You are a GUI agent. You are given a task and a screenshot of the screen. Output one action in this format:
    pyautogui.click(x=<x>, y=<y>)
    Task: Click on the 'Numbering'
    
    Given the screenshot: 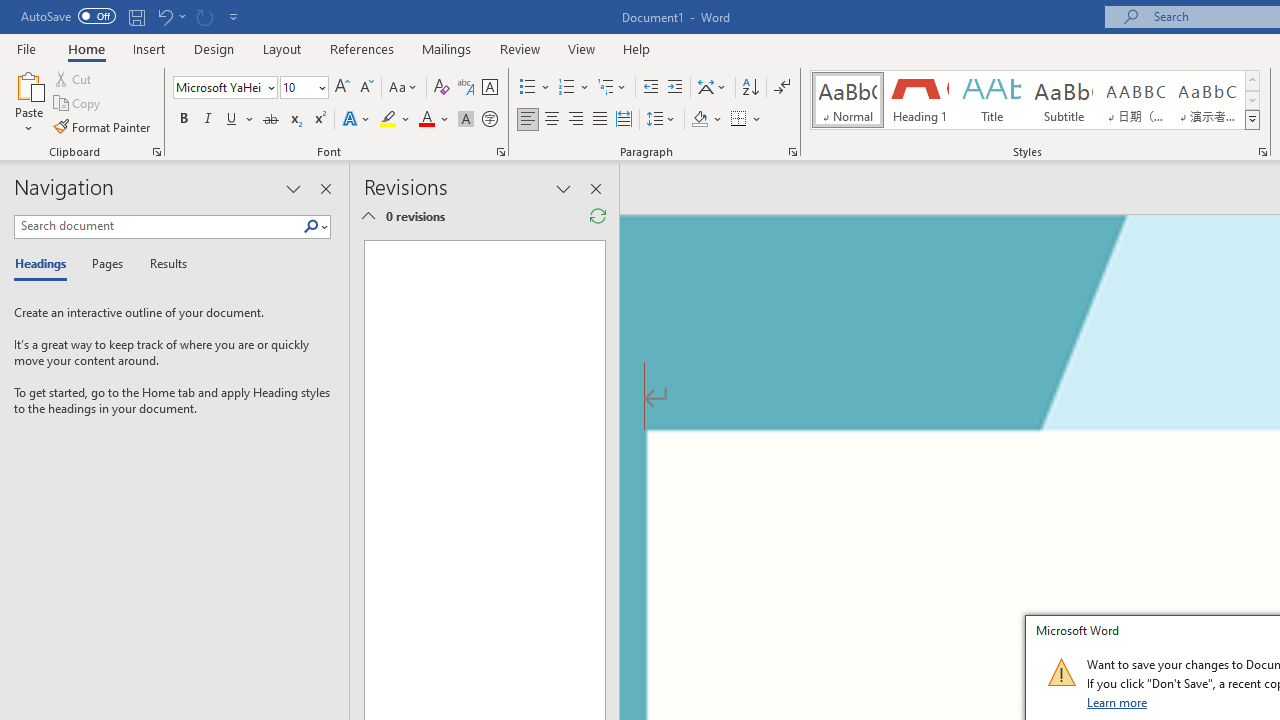 What is the action you would take?
    pyautogui.click(x=573, y=86)
    